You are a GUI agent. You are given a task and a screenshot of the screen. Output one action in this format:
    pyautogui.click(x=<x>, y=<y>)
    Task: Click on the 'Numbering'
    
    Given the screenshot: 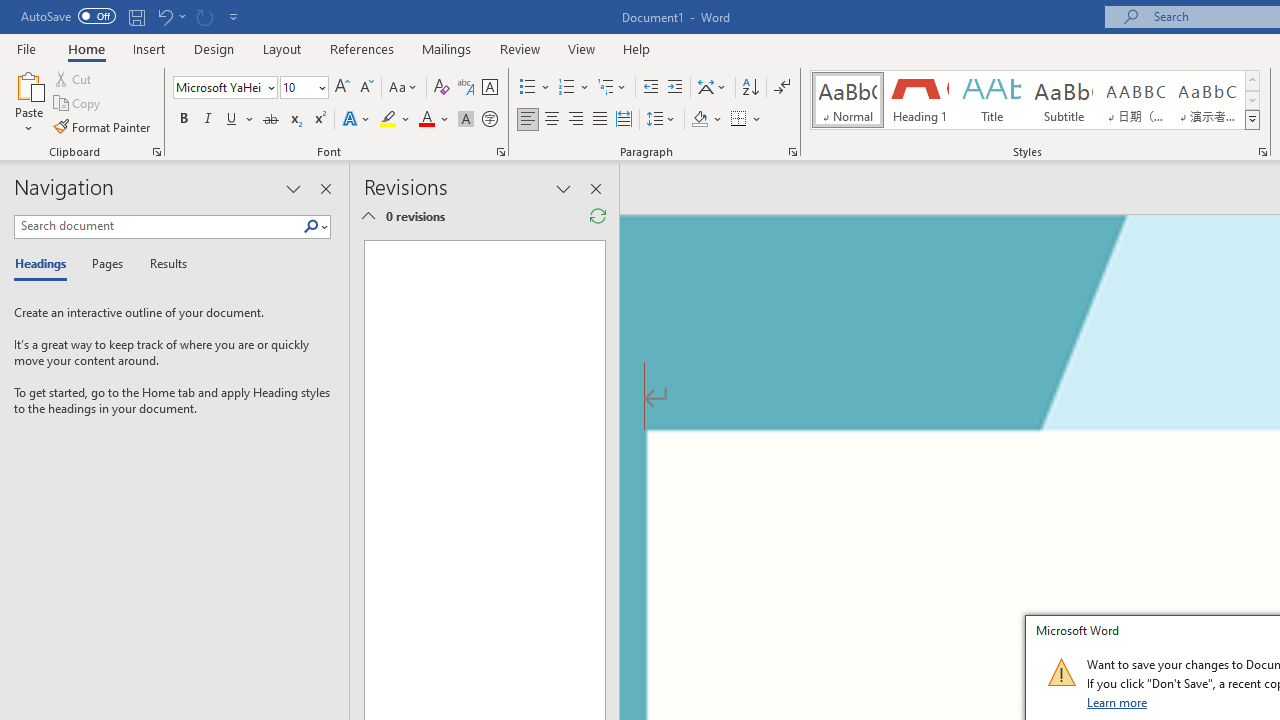 What is the action you would take?
    pyautogui.click(x=573, y=86)
    